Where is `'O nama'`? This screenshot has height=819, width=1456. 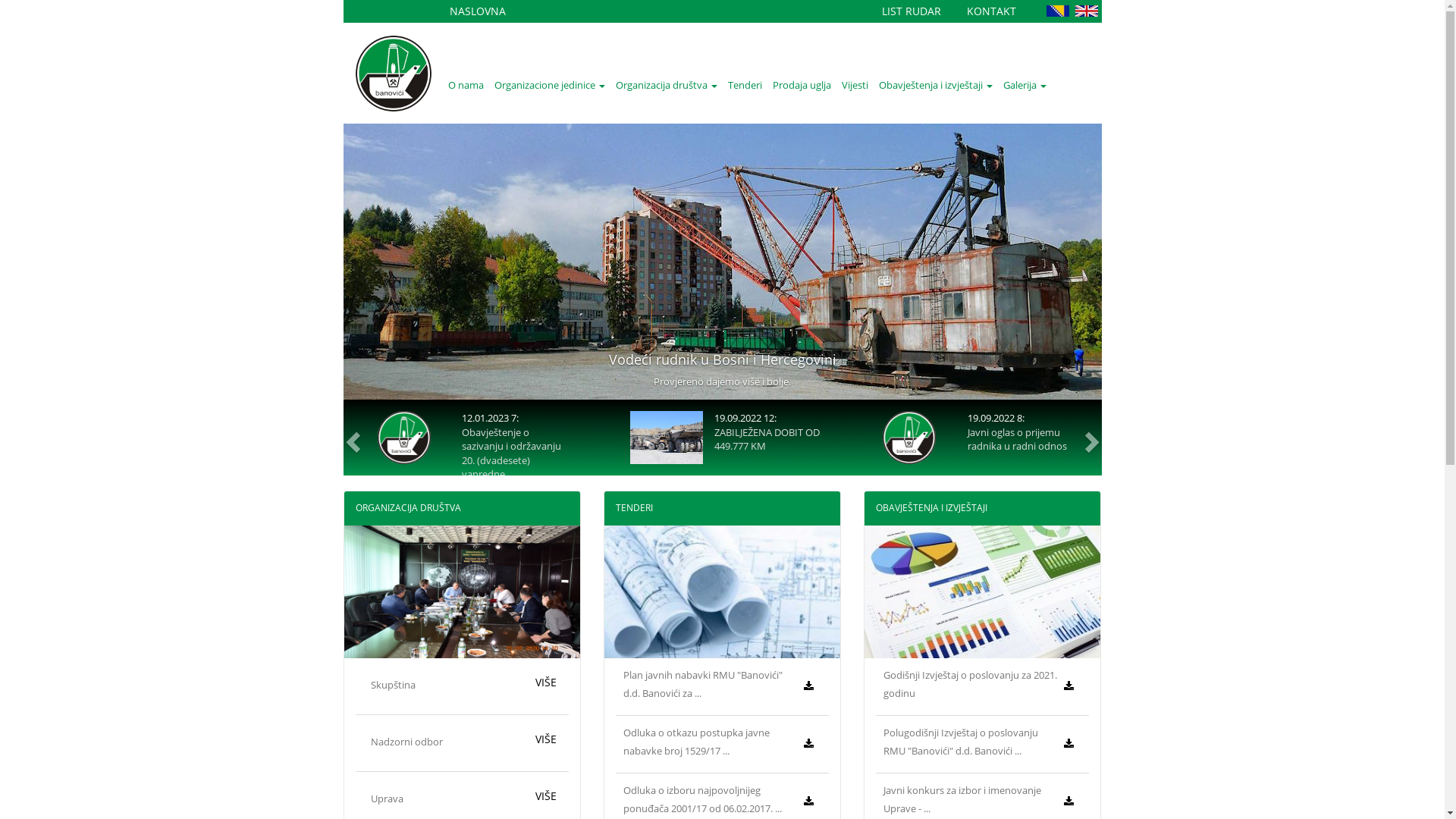
'O nama' is located at coordinates (442, 84).